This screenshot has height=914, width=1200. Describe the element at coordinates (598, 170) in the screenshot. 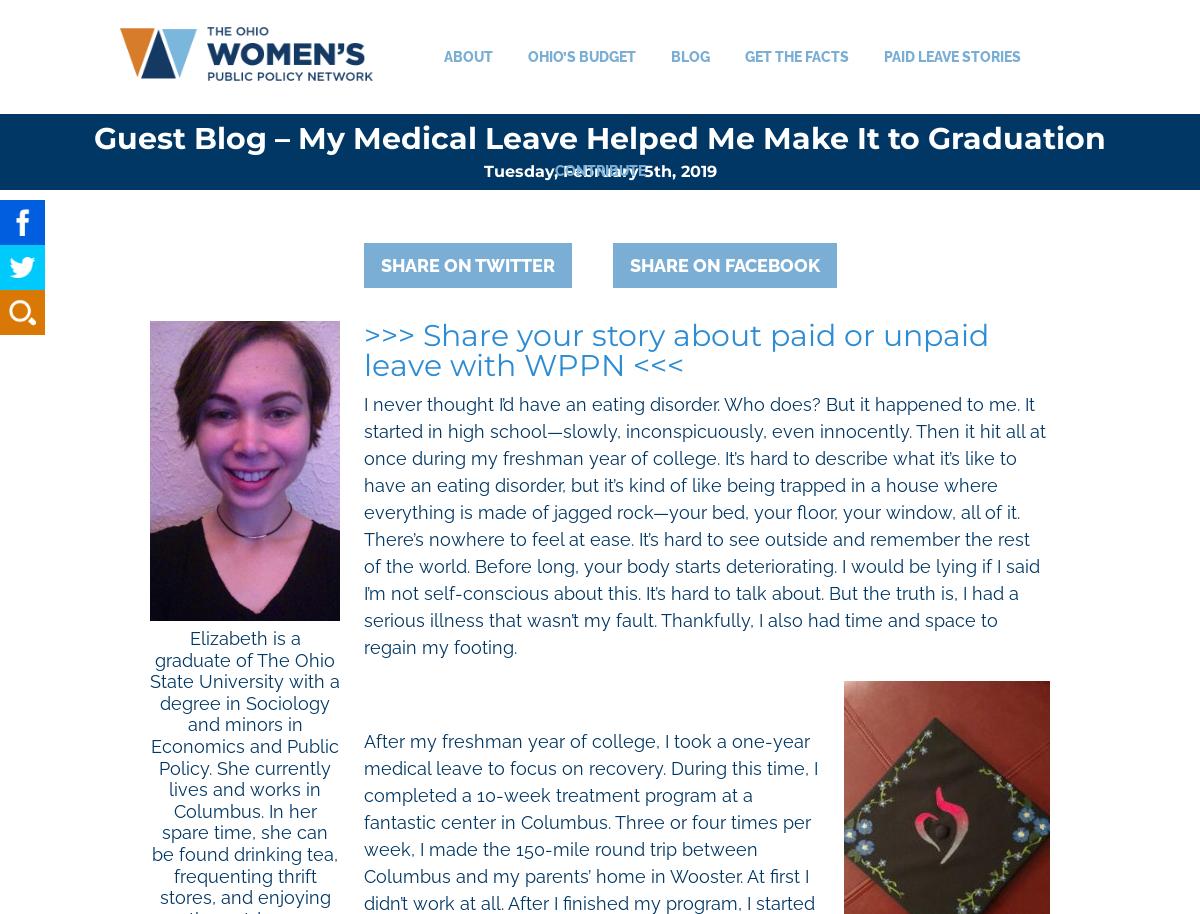

I see `'Contribute'` at that location.